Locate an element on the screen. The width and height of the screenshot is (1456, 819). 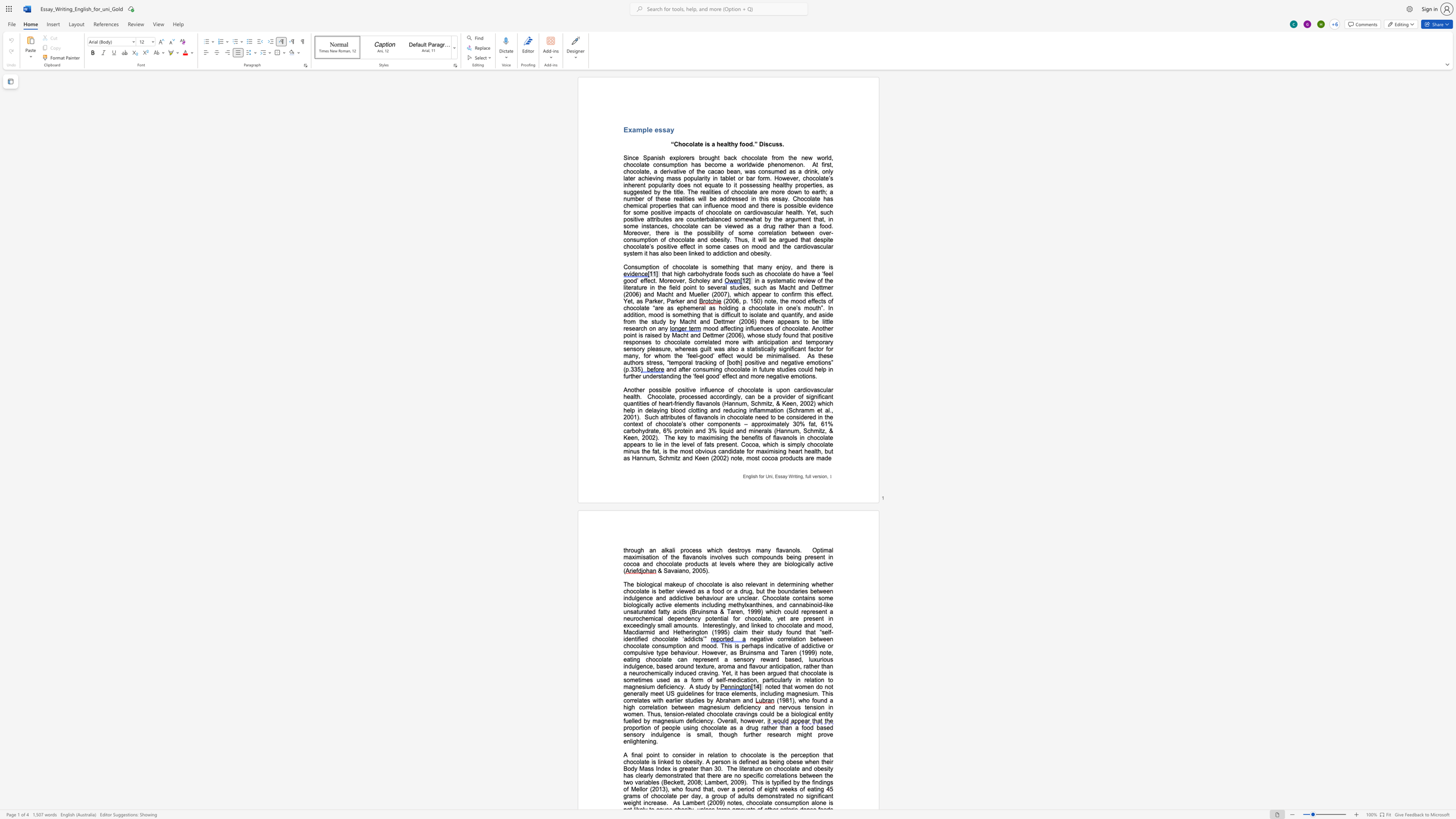
the space between the continuous character "m" and "e" in the text is located at coordinates (745, 219).